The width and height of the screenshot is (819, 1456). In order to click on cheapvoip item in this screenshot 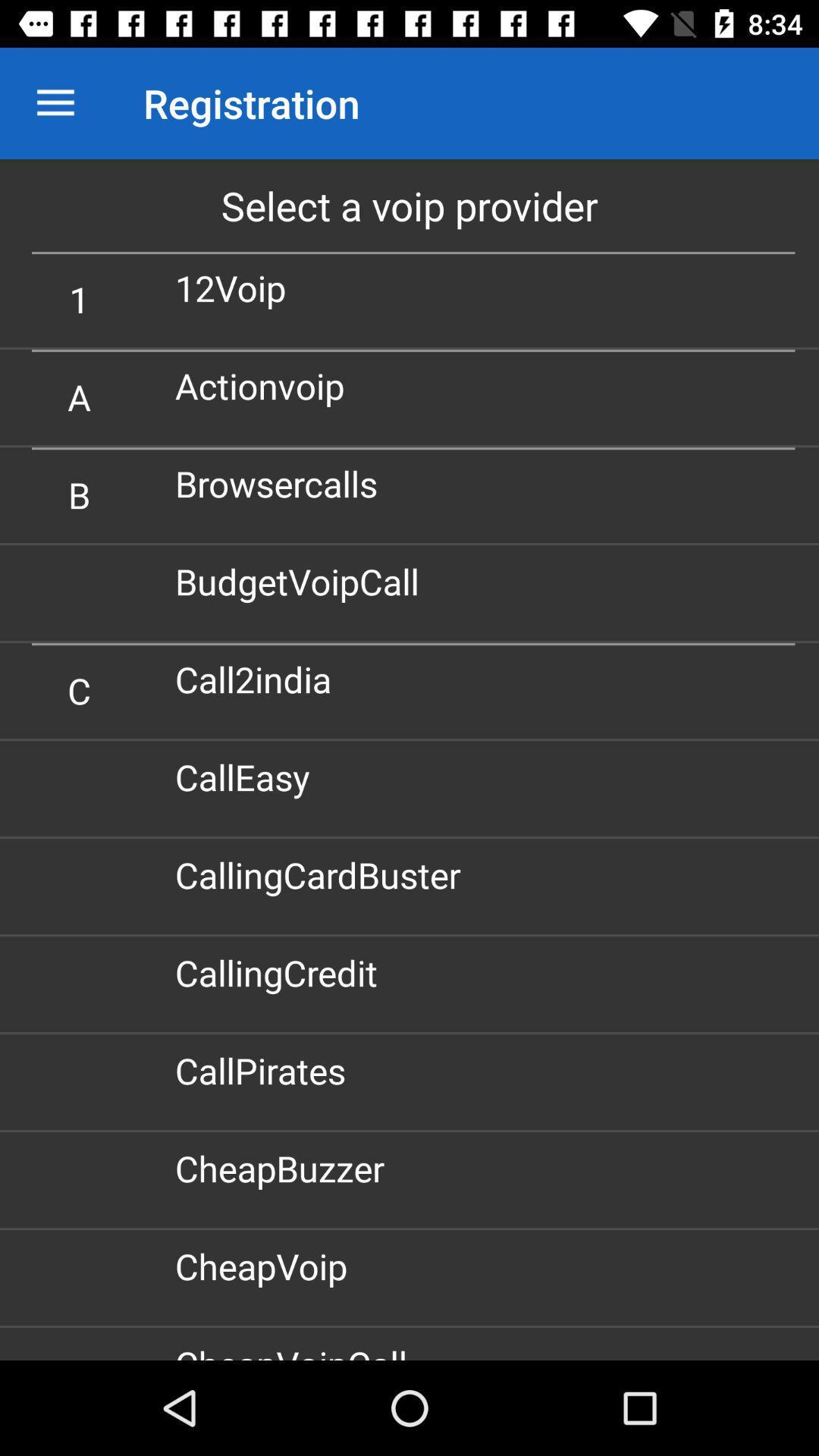, I will do `click(266, 1266)`.